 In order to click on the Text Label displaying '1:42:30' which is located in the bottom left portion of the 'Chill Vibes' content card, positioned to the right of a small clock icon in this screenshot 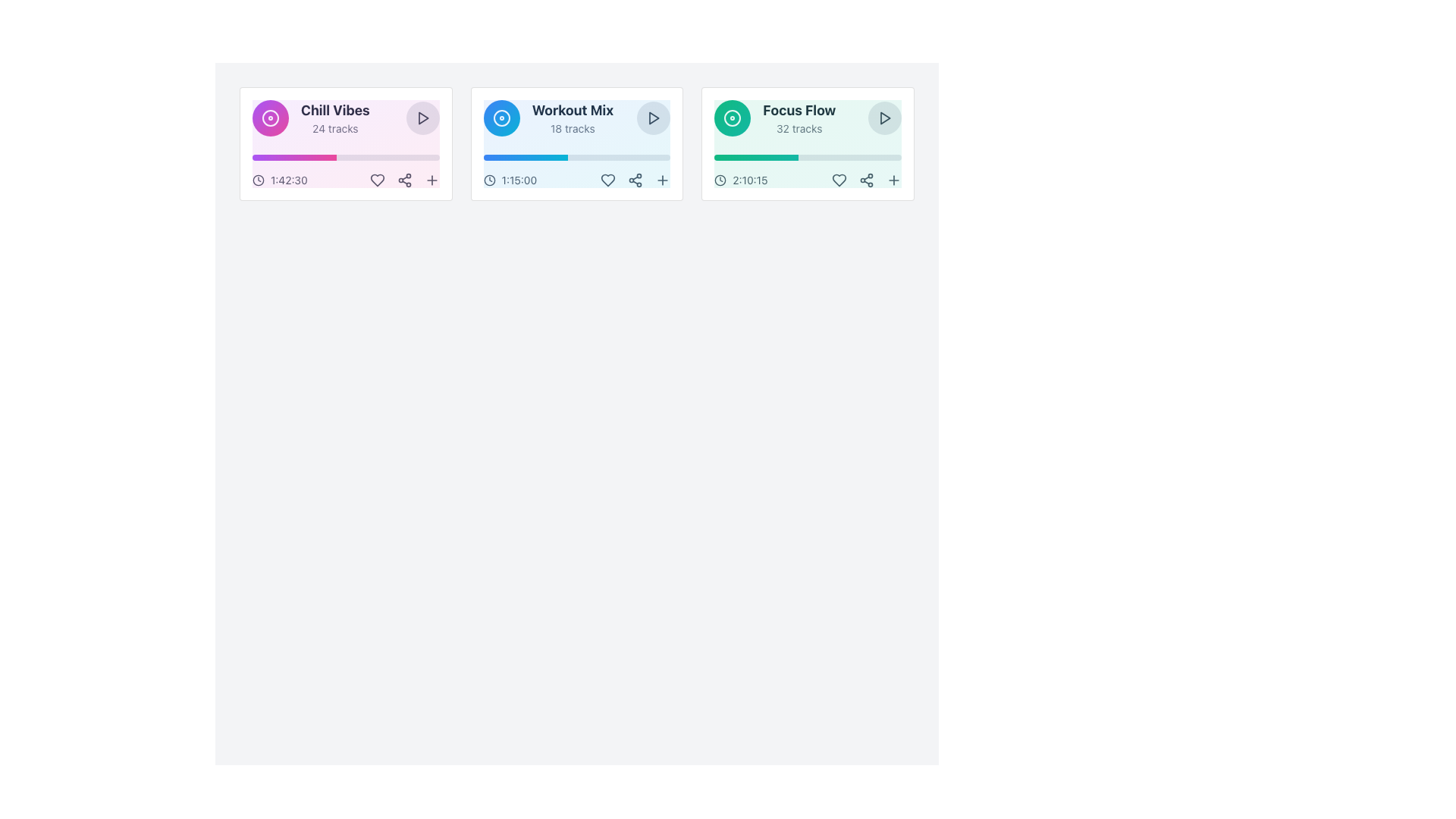, I will do `click(289, 180)`.